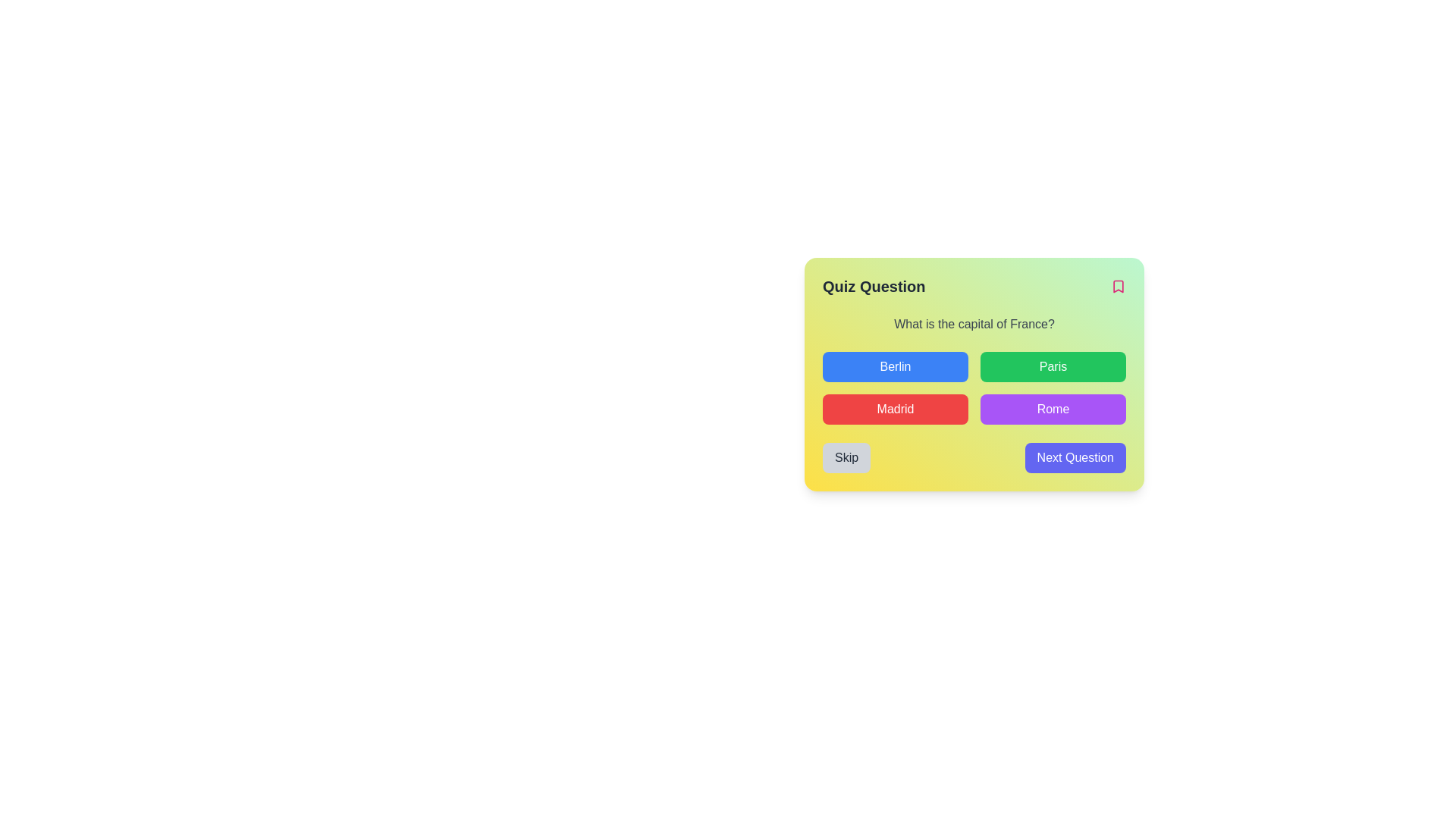 The width and height of the screenshot is (1456, 819). Describe the element at coordinates (846, 457) in the screenshot. I see `the 'Skip Question' button located in the bottom-left corner of the quiz card to observe the hover effect` at that location.